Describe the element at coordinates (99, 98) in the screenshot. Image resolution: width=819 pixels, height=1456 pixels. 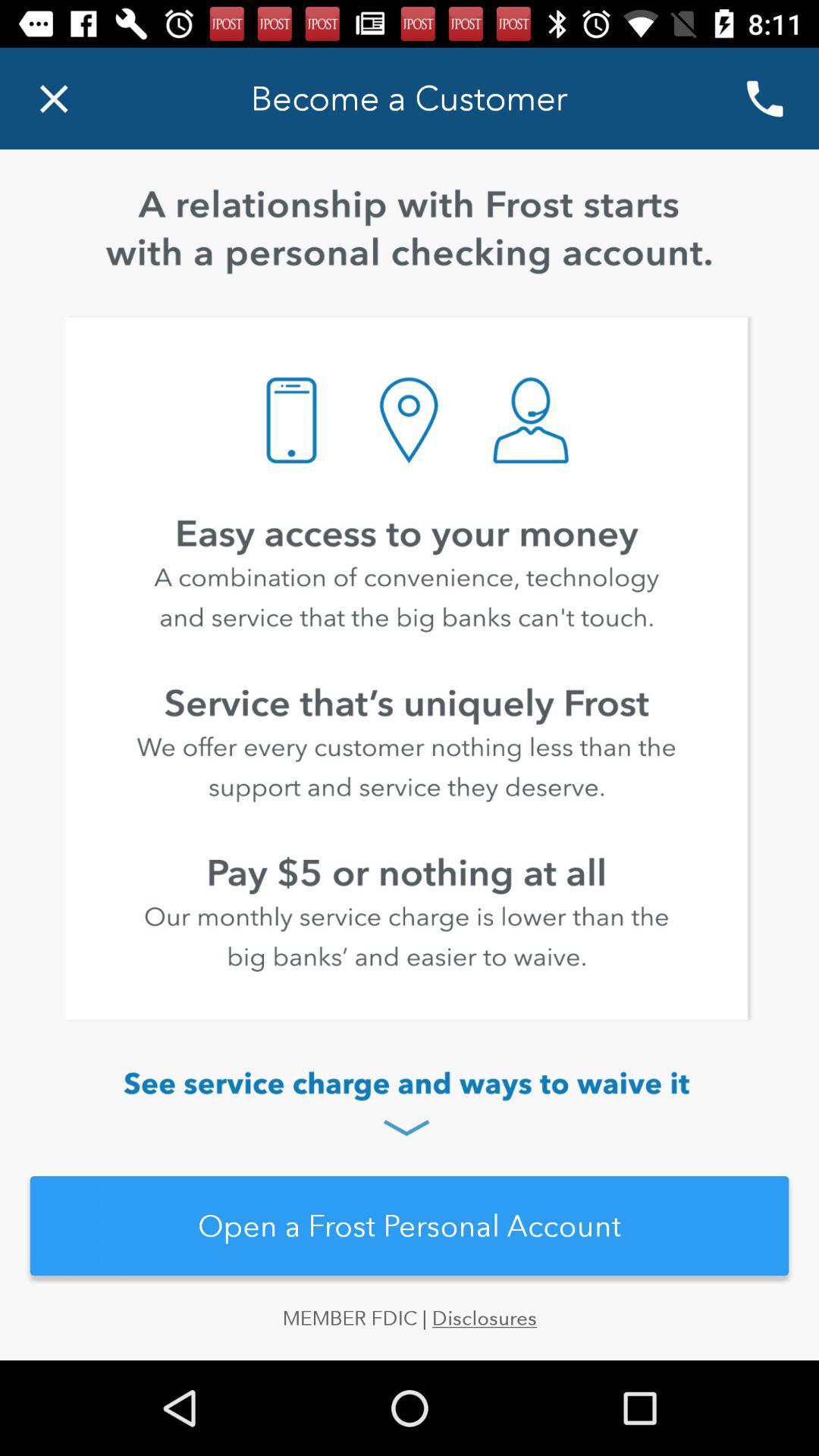
I see `the close icon` at that location.